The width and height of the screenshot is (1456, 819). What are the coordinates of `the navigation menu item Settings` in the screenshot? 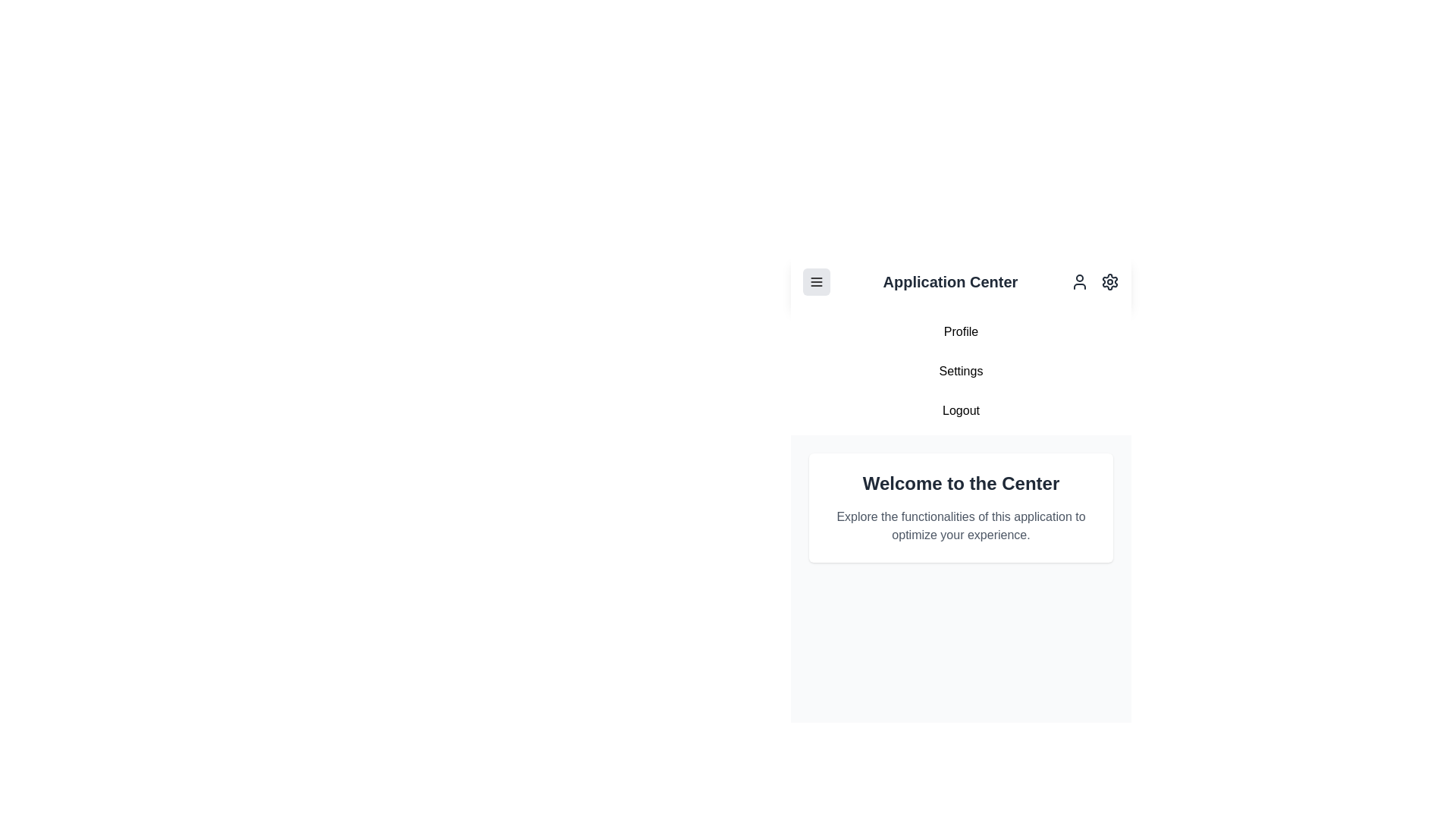 It's located at (960, 371).